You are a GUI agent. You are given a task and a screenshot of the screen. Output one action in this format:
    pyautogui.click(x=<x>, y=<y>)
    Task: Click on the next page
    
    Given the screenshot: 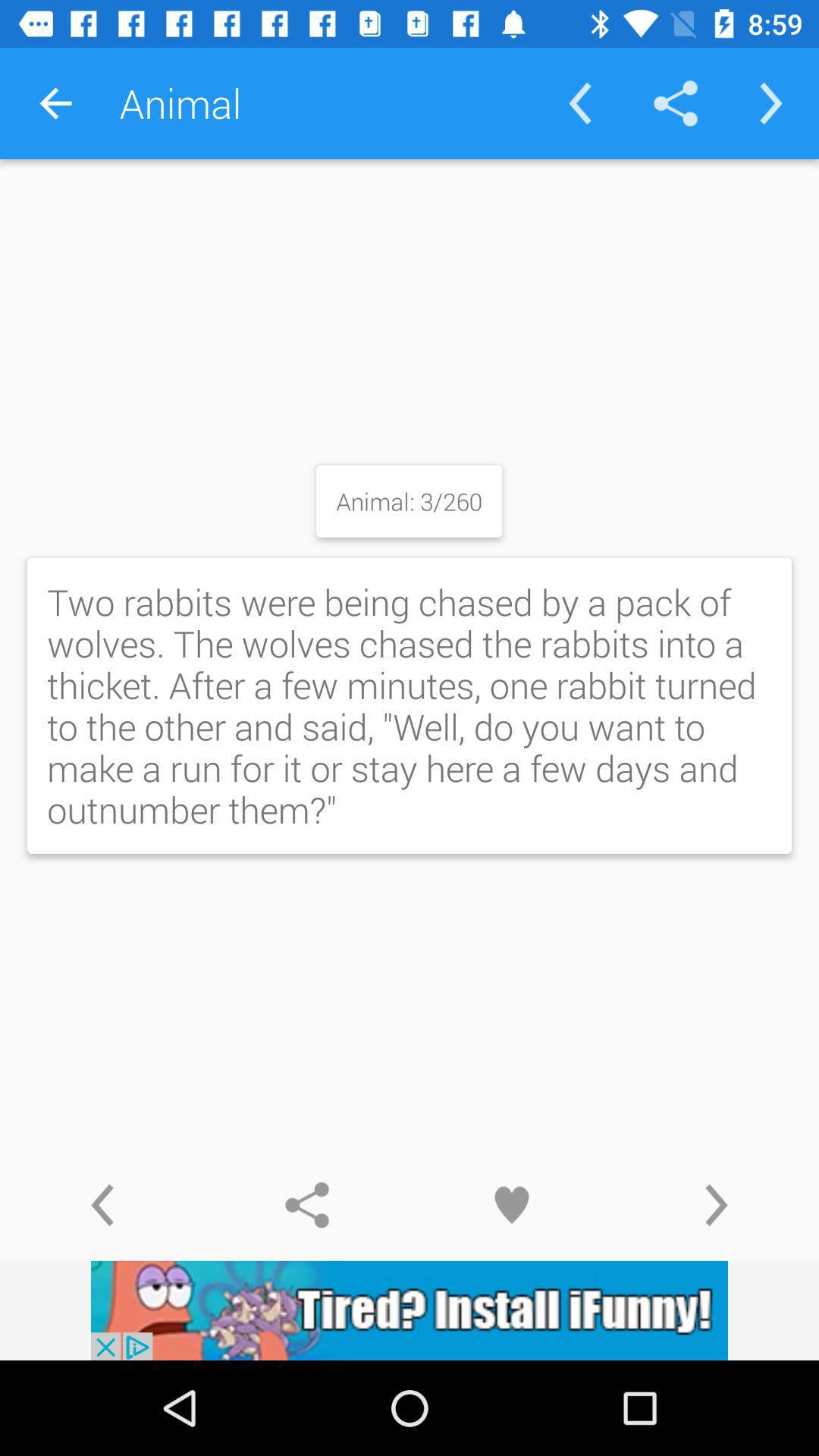 What is the action you would take?
    pyautogui.click(x=717, y=1204)
    